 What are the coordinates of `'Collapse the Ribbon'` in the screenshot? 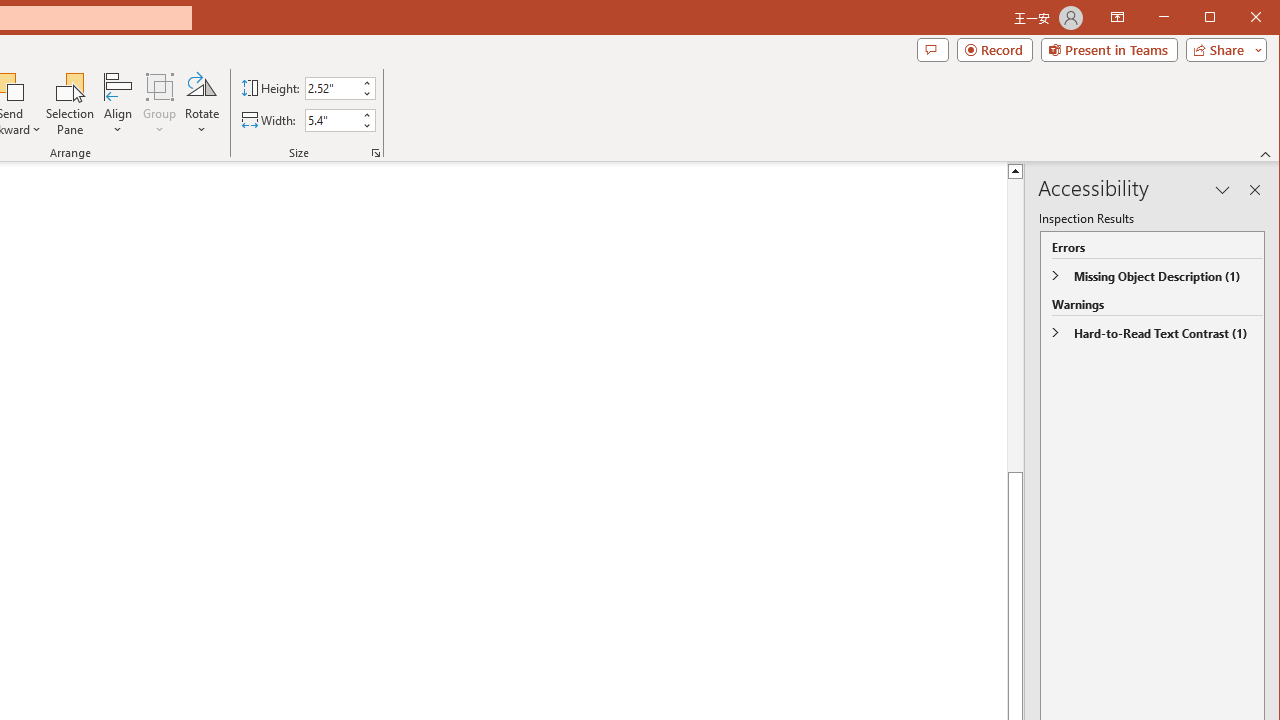 It's located at (1265, 153).